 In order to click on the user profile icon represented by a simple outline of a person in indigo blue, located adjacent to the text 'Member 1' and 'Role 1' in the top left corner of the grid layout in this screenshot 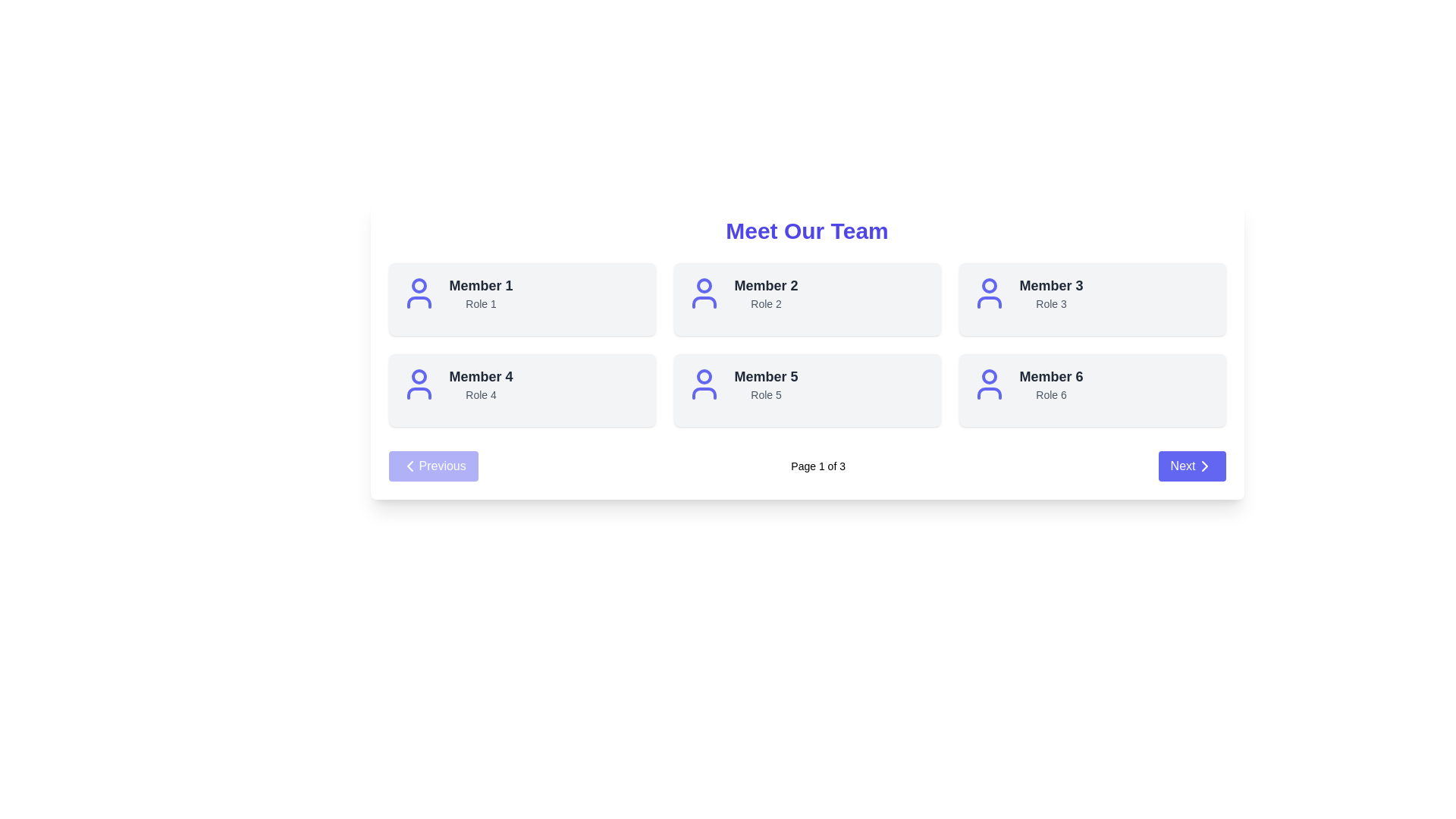, I will do `click(419, 293)`.